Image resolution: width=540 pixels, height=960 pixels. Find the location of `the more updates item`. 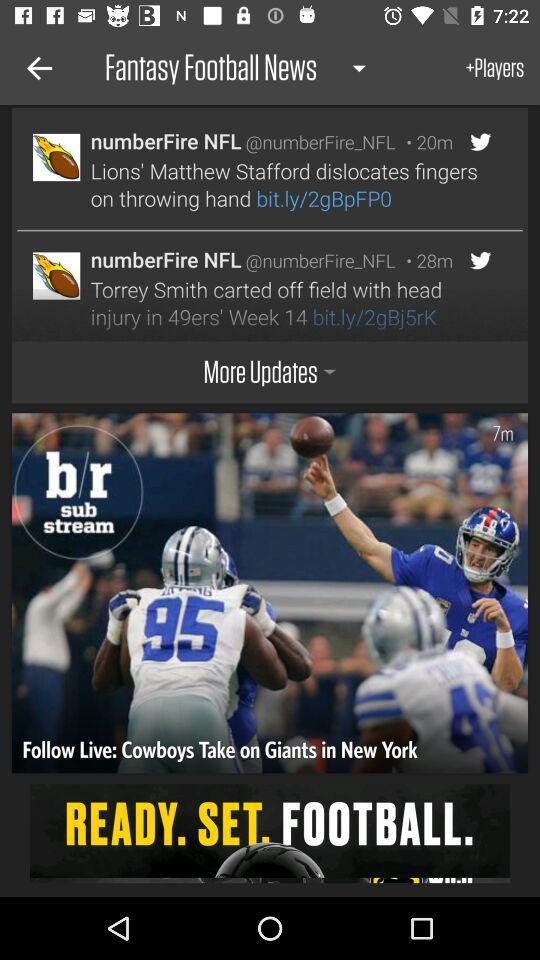

the more updates item is located at coordinates (270, 371).